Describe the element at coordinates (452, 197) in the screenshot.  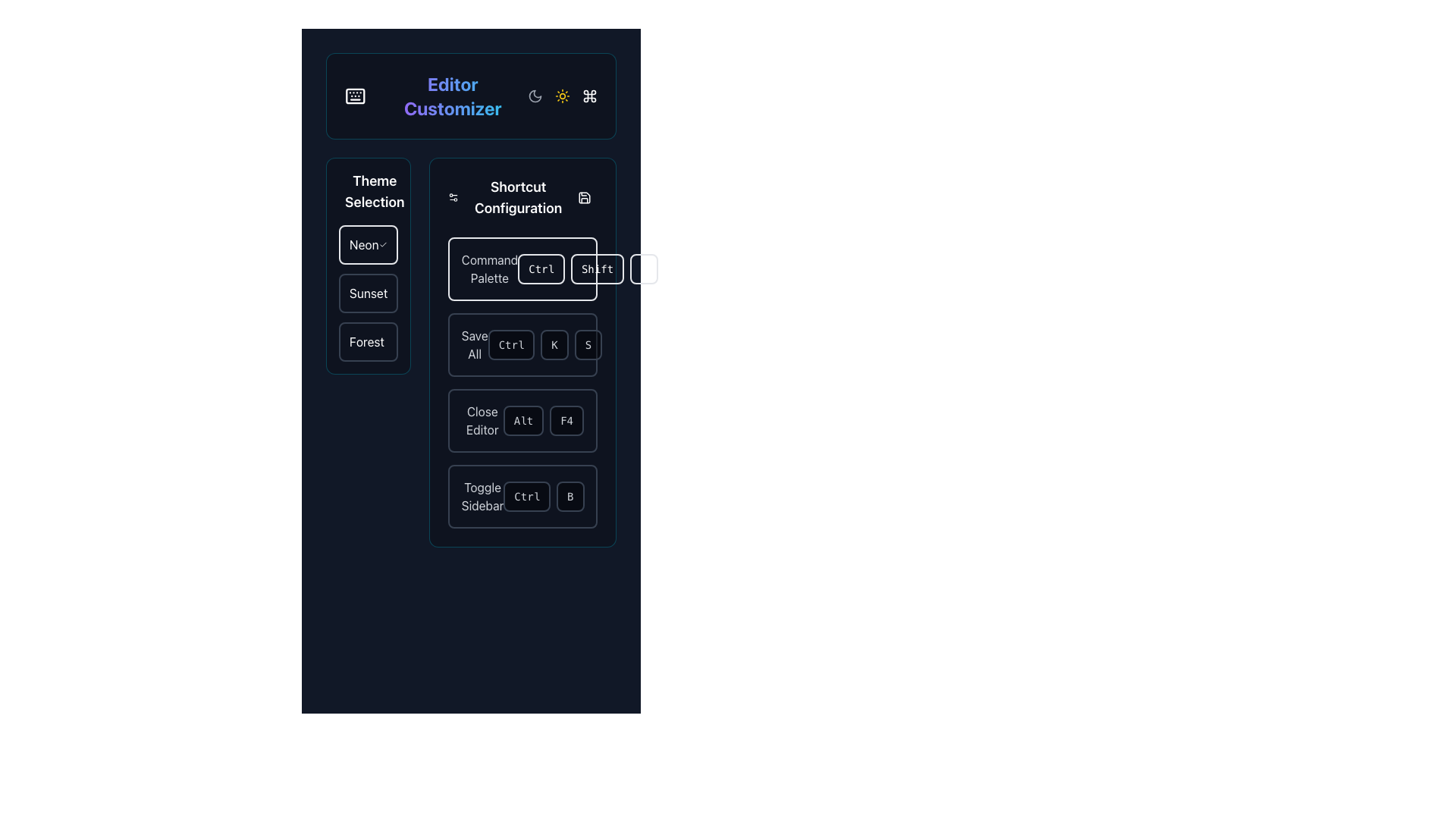
I see `the settings icon located at the top-left corner of the 'Shortcut Configuration' section` at that location.